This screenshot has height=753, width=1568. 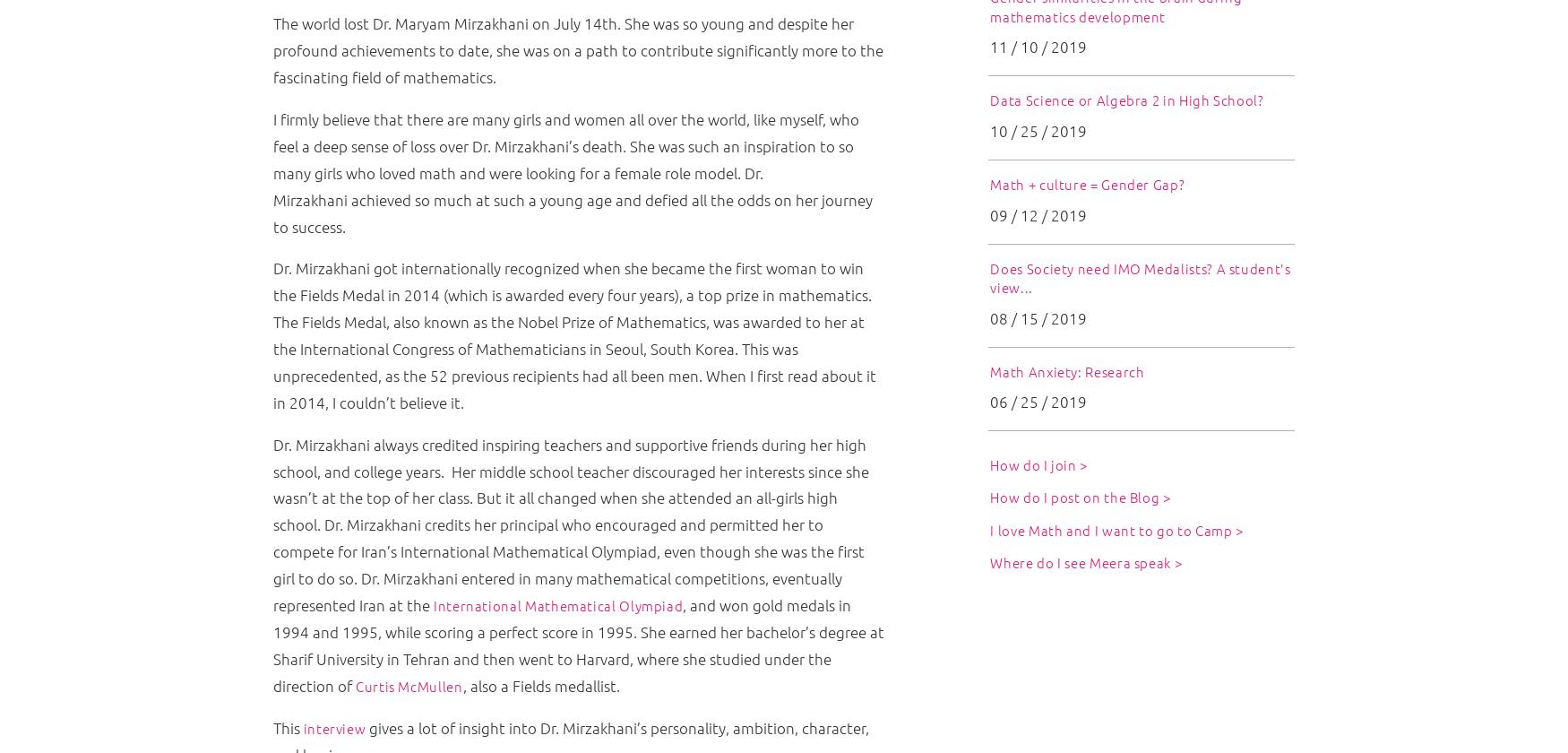 What do you see at coordinates (287, 727) in the screenshot?
I see `'This'` at bounding box center [287, 727].